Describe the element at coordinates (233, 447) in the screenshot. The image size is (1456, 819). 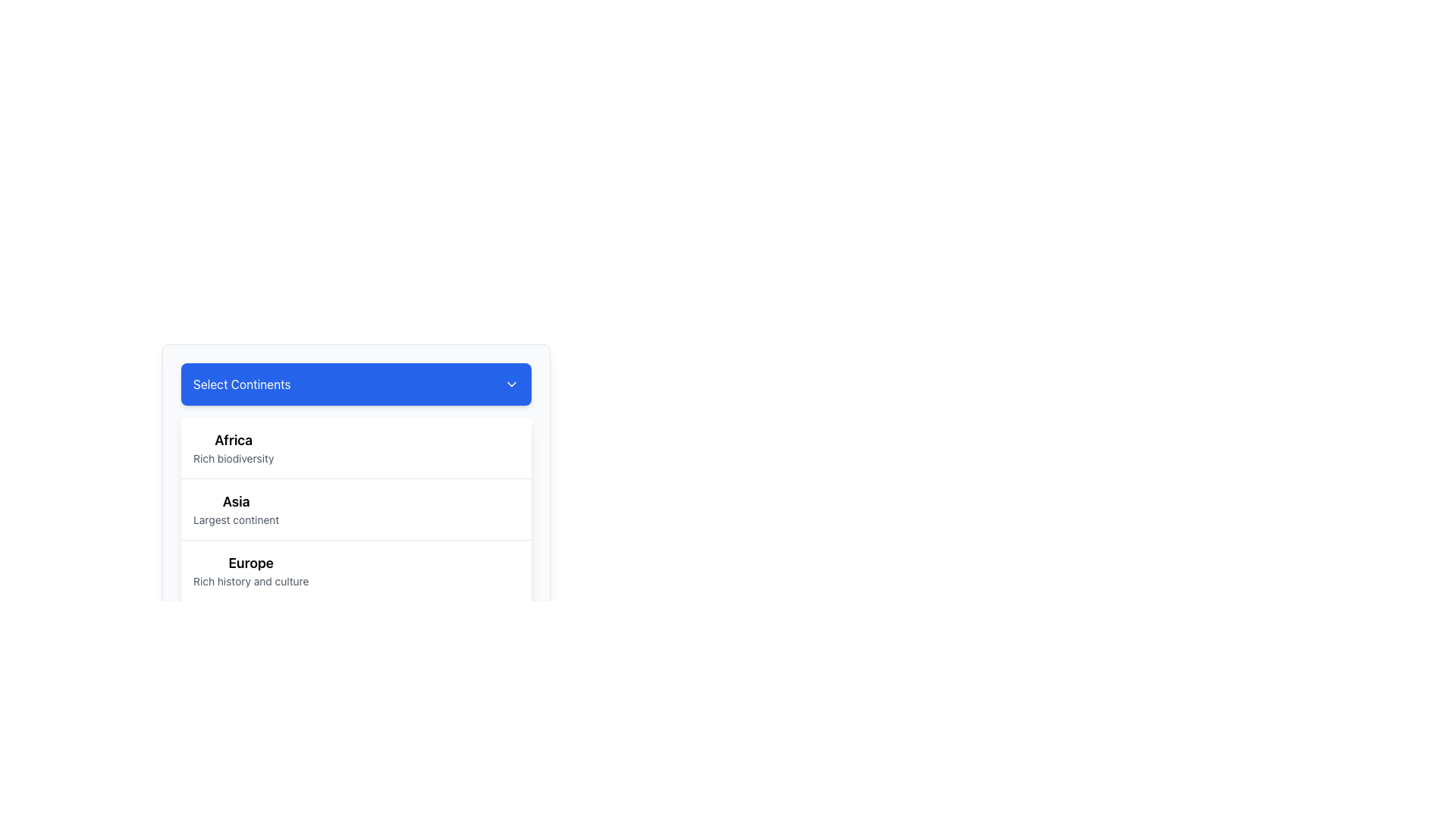
I see `the first entry in the dropdown list titled 'Select Continents' which displays the bold header 'Africa' followed by the description 'Rich biodiversity'` at that location.